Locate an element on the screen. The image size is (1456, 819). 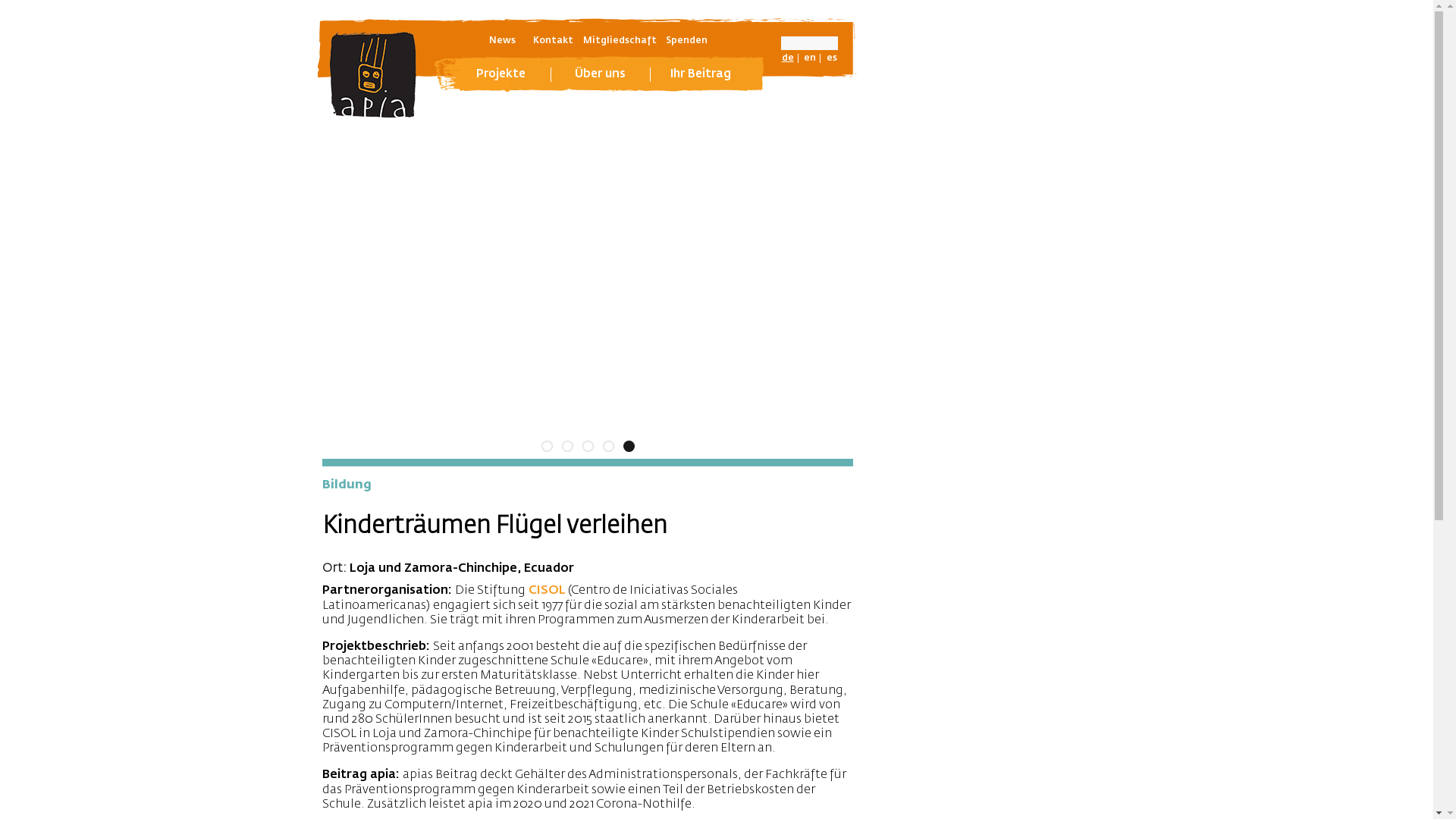
'Ihr Beitrag' is located at coordinates (700, 74).